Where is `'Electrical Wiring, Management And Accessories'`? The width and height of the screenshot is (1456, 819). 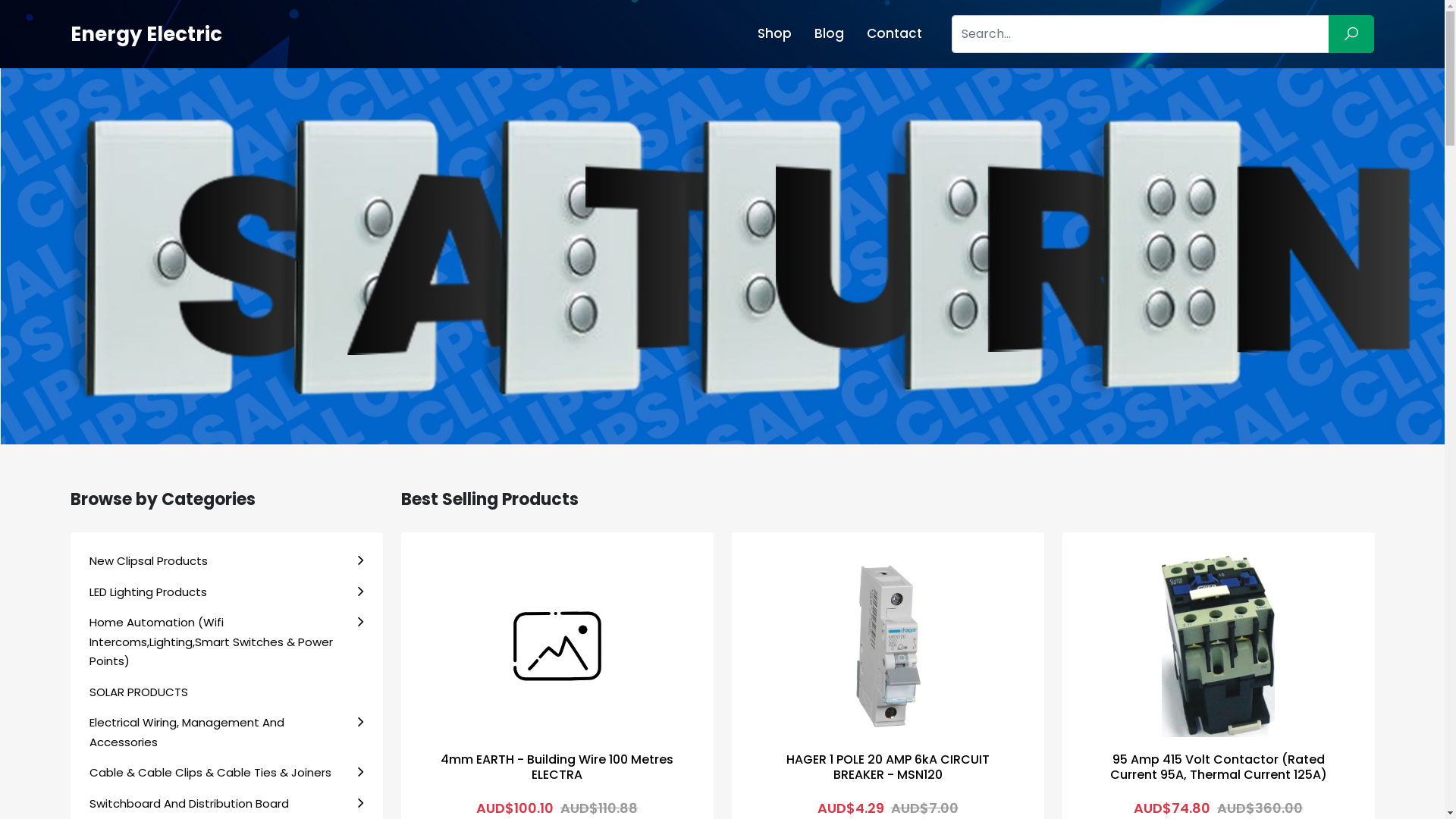
'Electrical Wiring, Management And Accessories' is located at coordinates (225, 731).